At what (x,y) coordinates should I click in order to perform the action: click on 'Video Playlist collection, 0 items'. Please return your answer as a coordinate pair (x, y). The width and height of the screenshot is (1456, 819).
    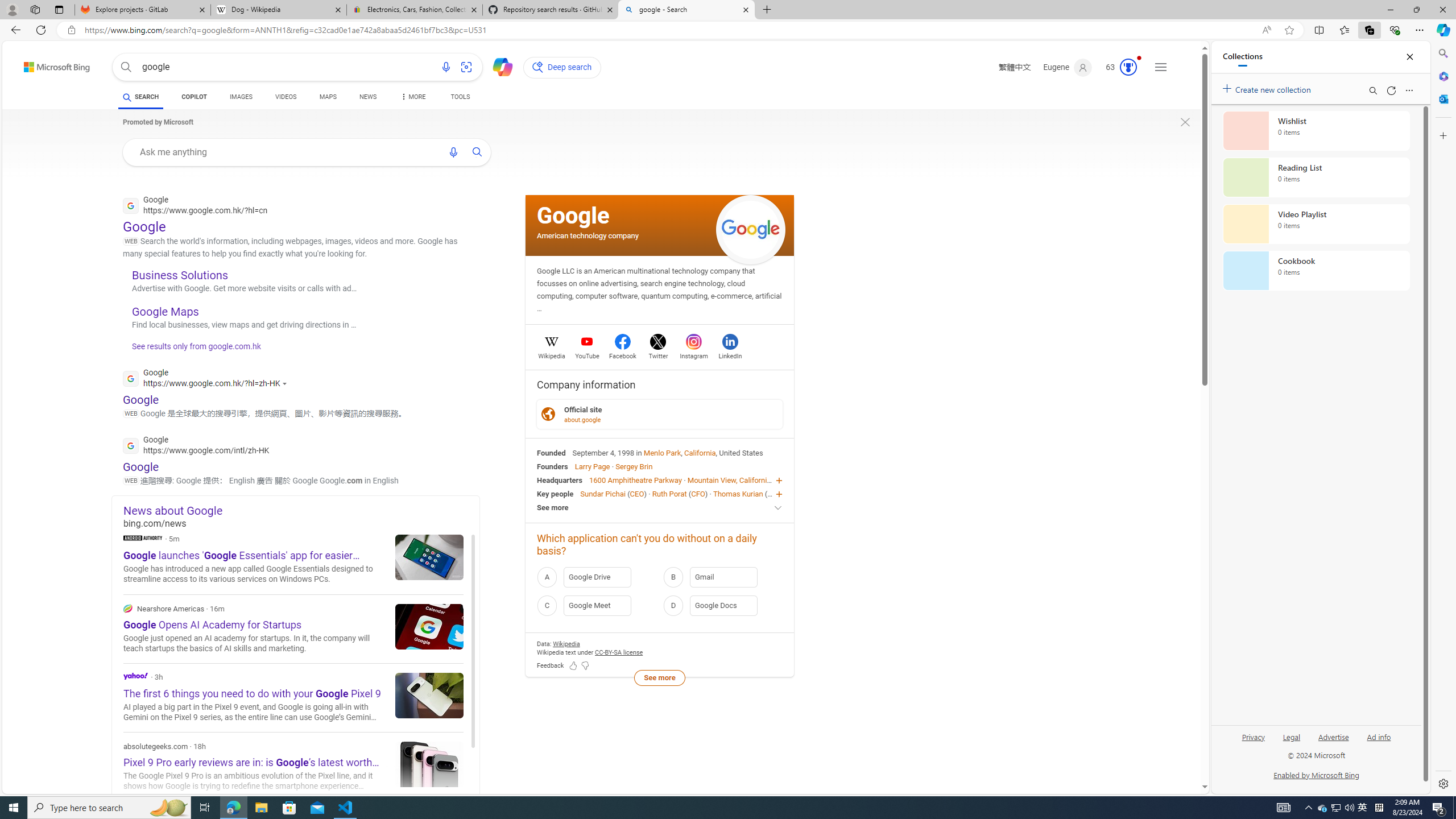
    Looking at the image, I should click on (1316, 223).